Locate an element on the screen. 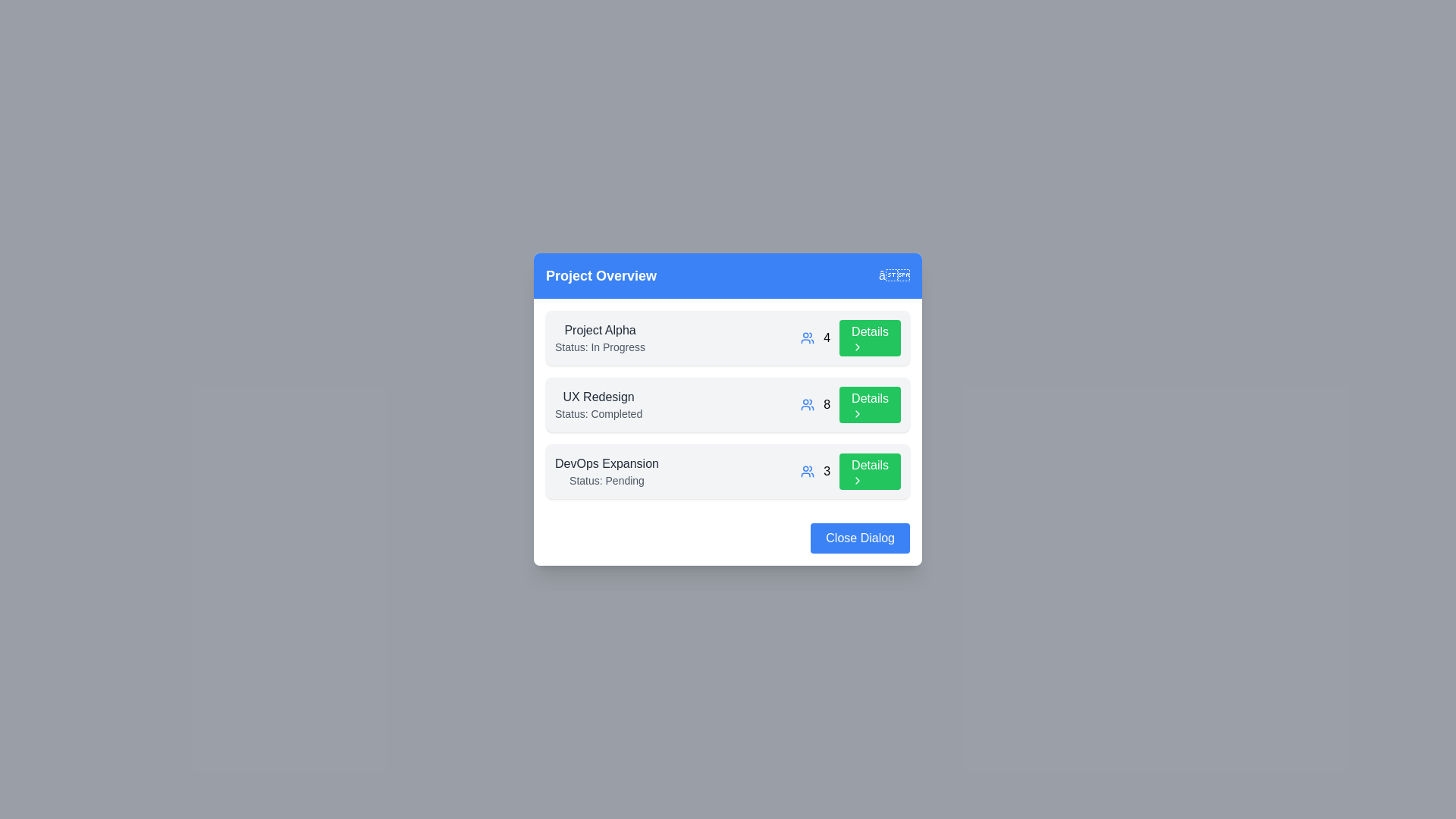 The image size is (1456, 819). the project item corresponding to UX Redesign is located at coordinates (728, 403).